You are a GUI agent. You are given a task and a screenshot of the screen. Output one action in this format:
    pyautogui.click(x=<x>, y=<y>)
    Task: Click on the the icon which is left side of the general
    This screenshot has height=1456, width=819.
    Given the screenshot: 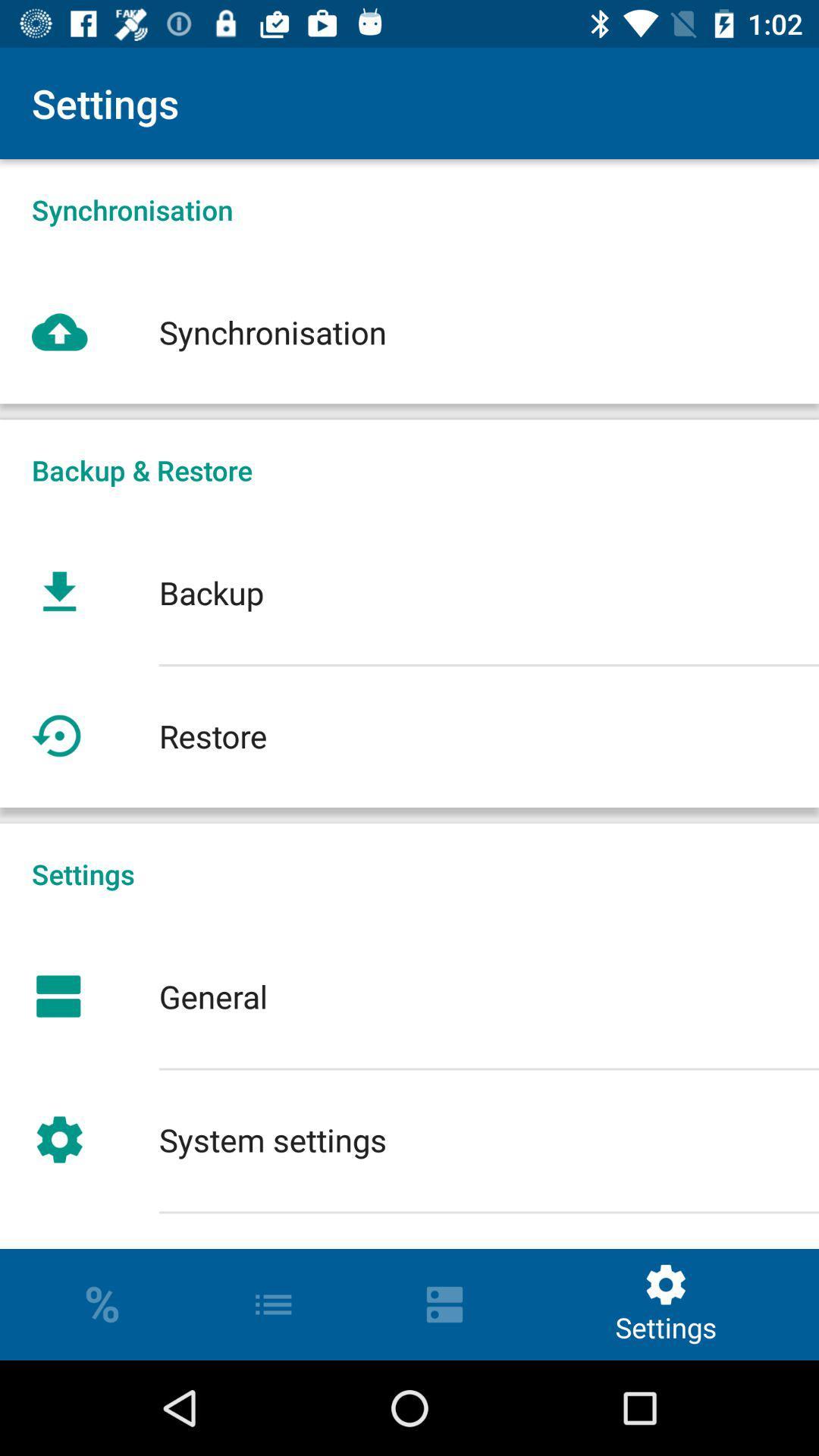 What is the action you would take?
    pyautogui.click(x=58, y=996)
    